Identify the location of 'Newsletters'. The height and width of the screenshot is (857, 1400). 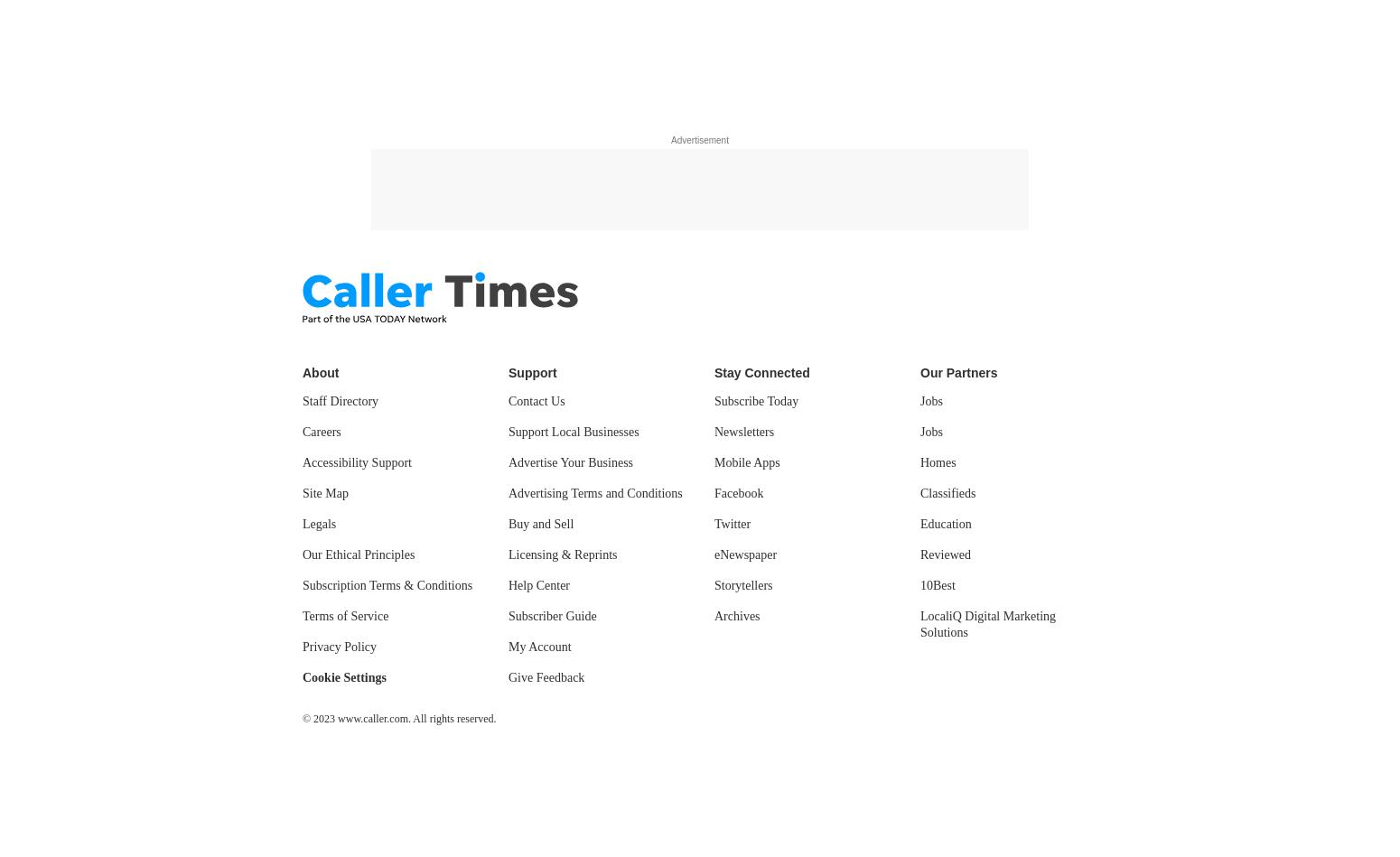
(742, 431).